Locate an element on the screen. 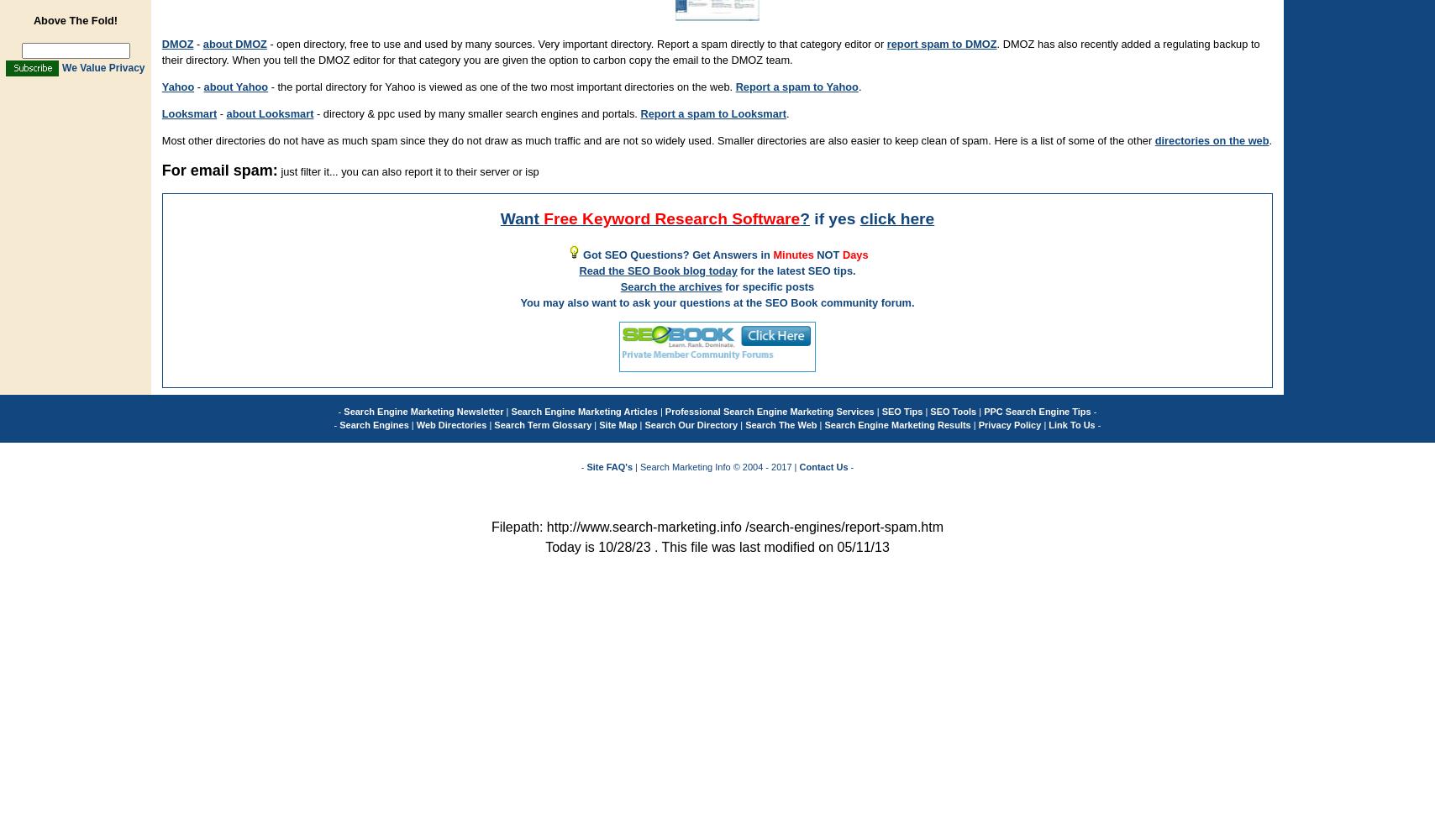  'You may also want to ask your questions at the SEO Book community forum.' is located at coordinates (717, 302).